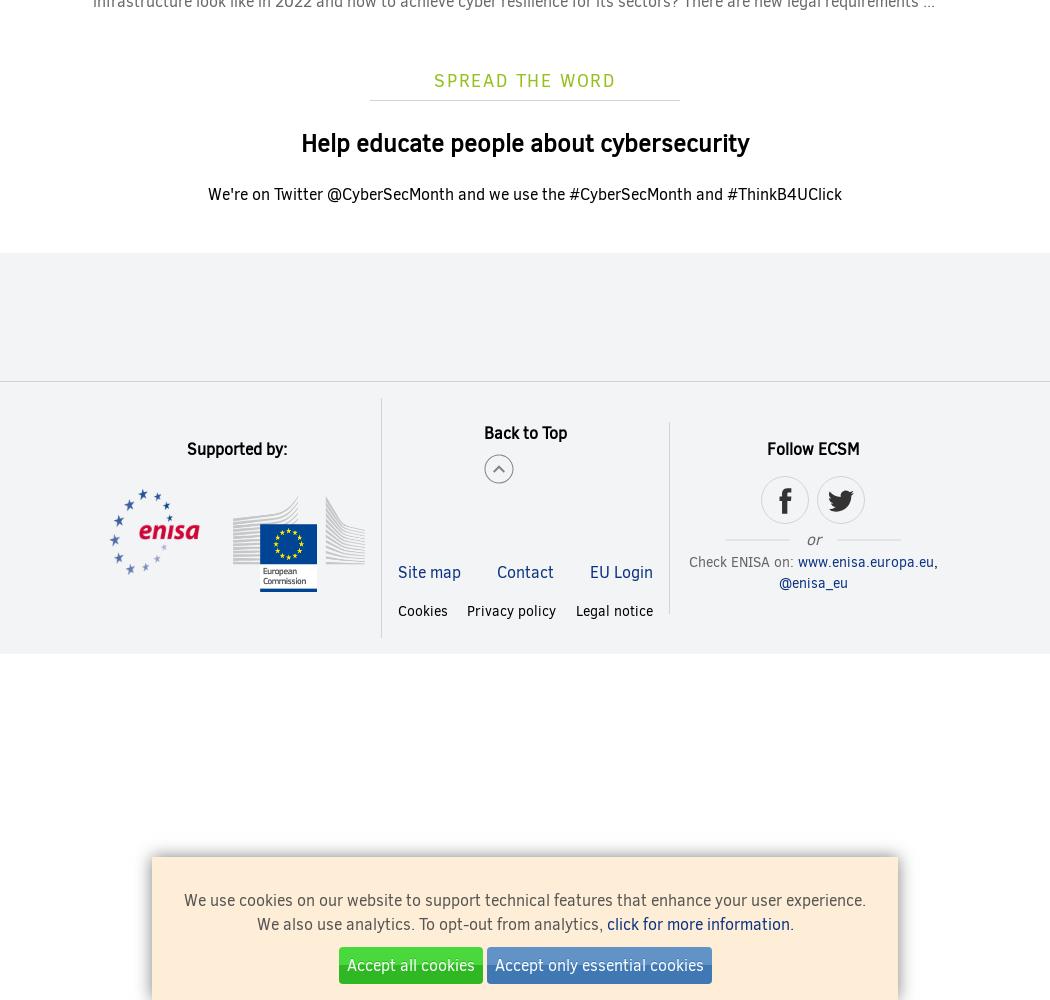 The image size is (1050, 1000). Describe the element at coordinates (495, 570) in the screenshot. I see `'Contact'` at that location.